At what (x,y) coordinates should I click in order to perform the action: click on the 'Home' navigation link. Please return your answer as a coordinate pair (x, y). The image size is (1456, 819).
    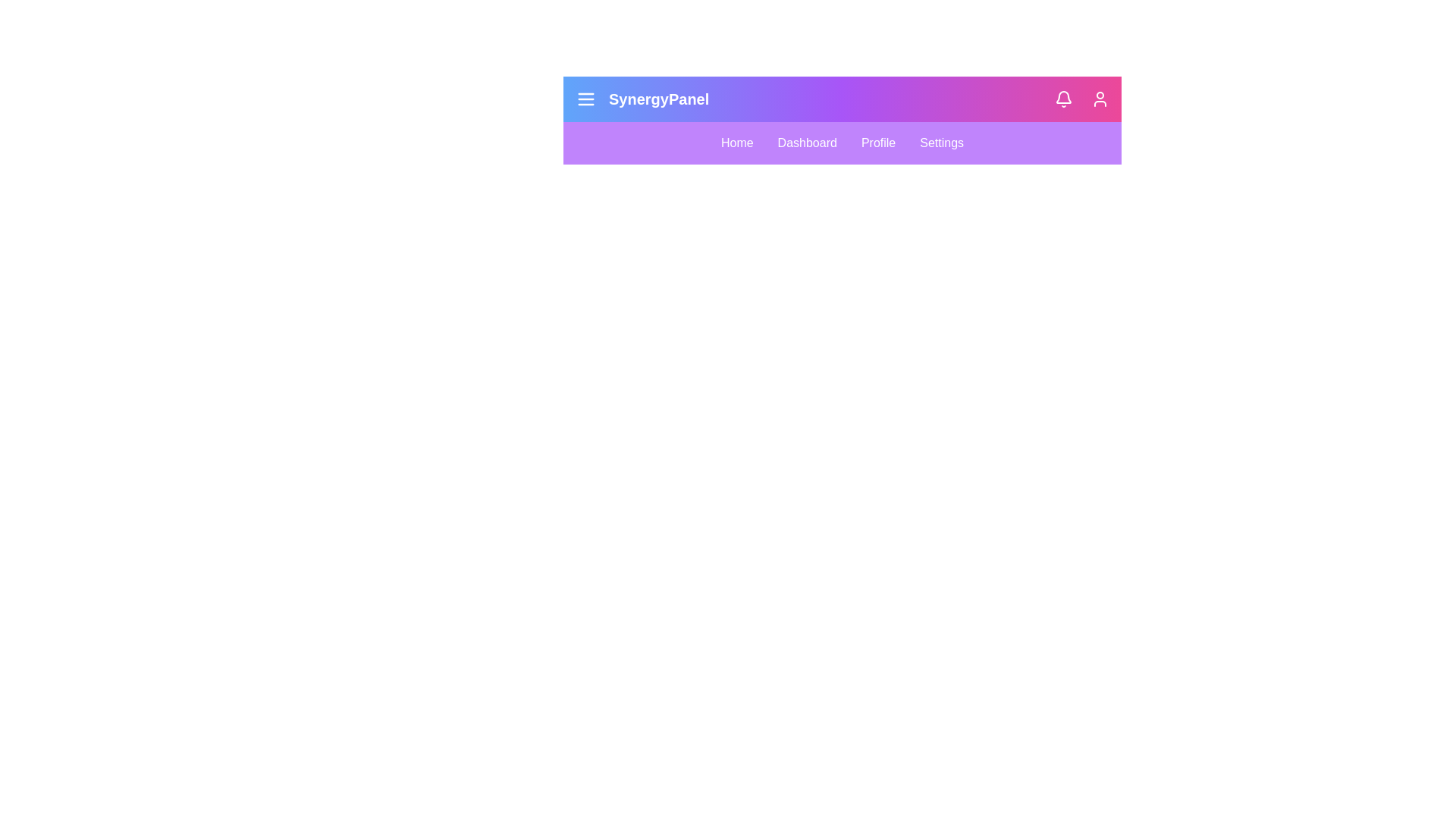
    Looking at the image, I should click on (736, 143).